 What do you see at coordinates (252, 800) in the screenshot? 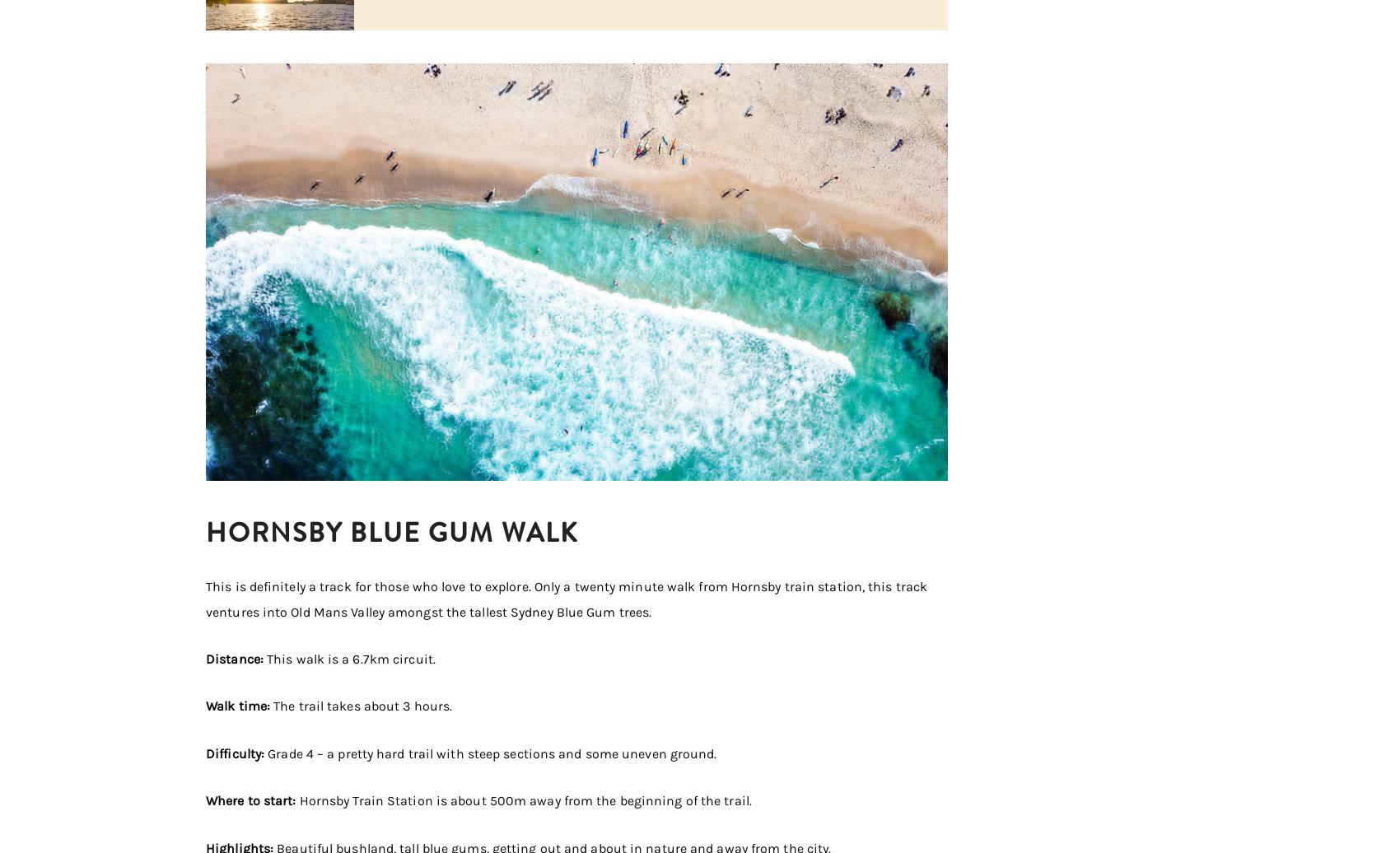
I see `'Where to start:'` at bounding box center [252, 800].